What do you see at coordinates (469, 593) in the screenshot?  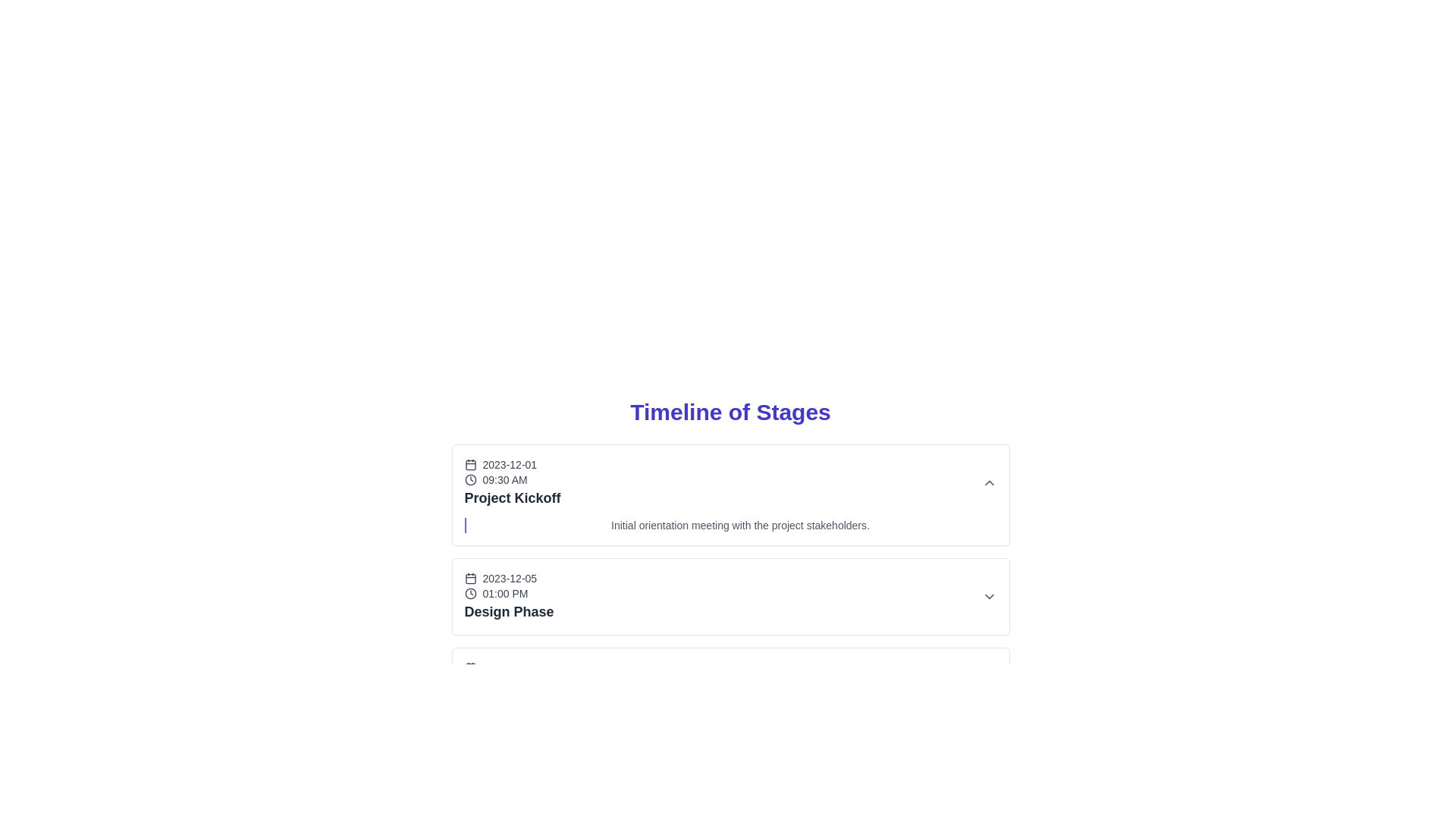 I see `the small, circular clock icon with a black outline located to the left of the text '01:00 PM' in the timeline entry` at bounding box center [469, 593].